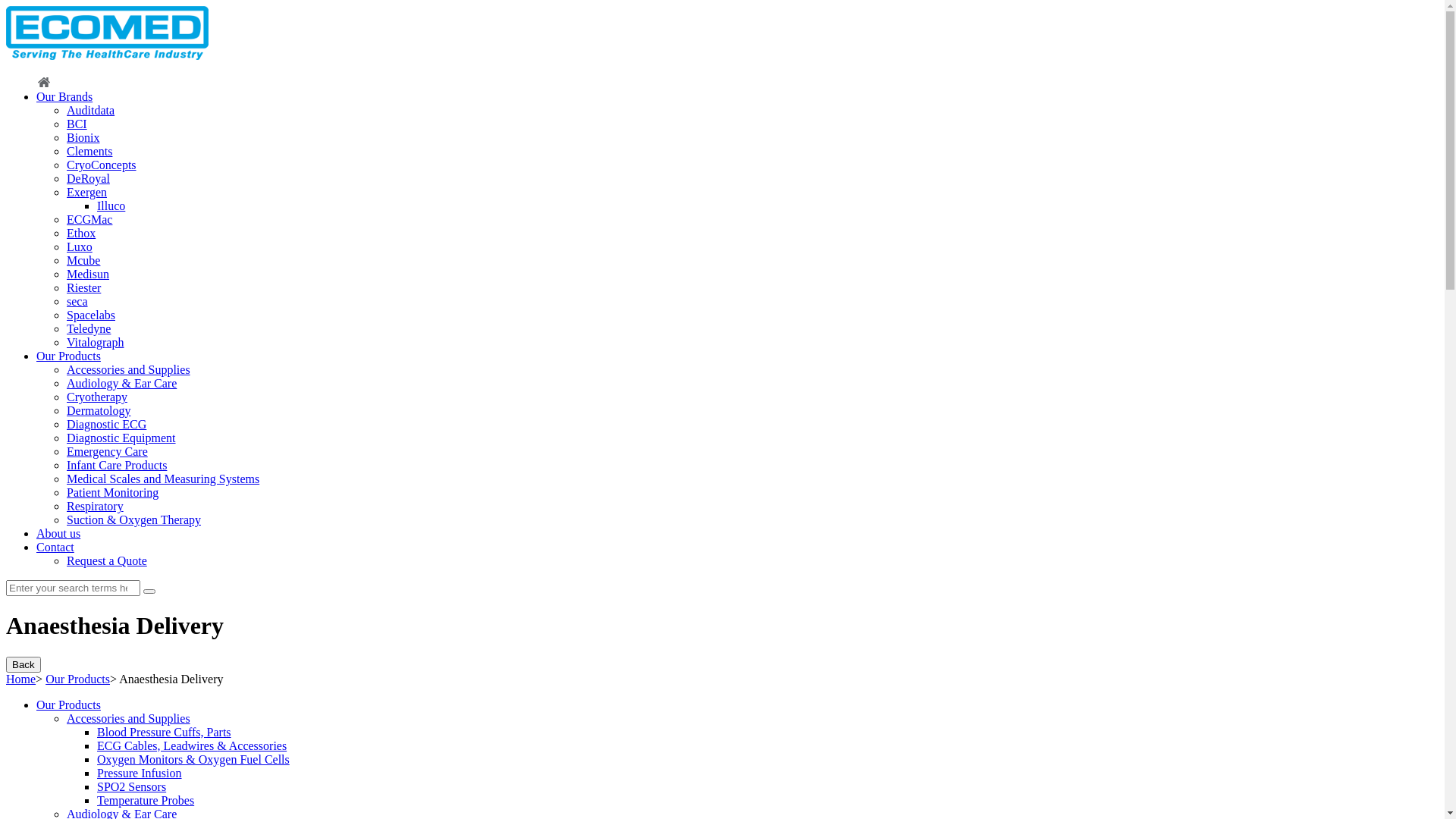 The image size is (1456, 819). What do you see at coordinates (101, 165) in the screenshot?
I see `'CryoConcepts'` at bounding box center [101, 165].